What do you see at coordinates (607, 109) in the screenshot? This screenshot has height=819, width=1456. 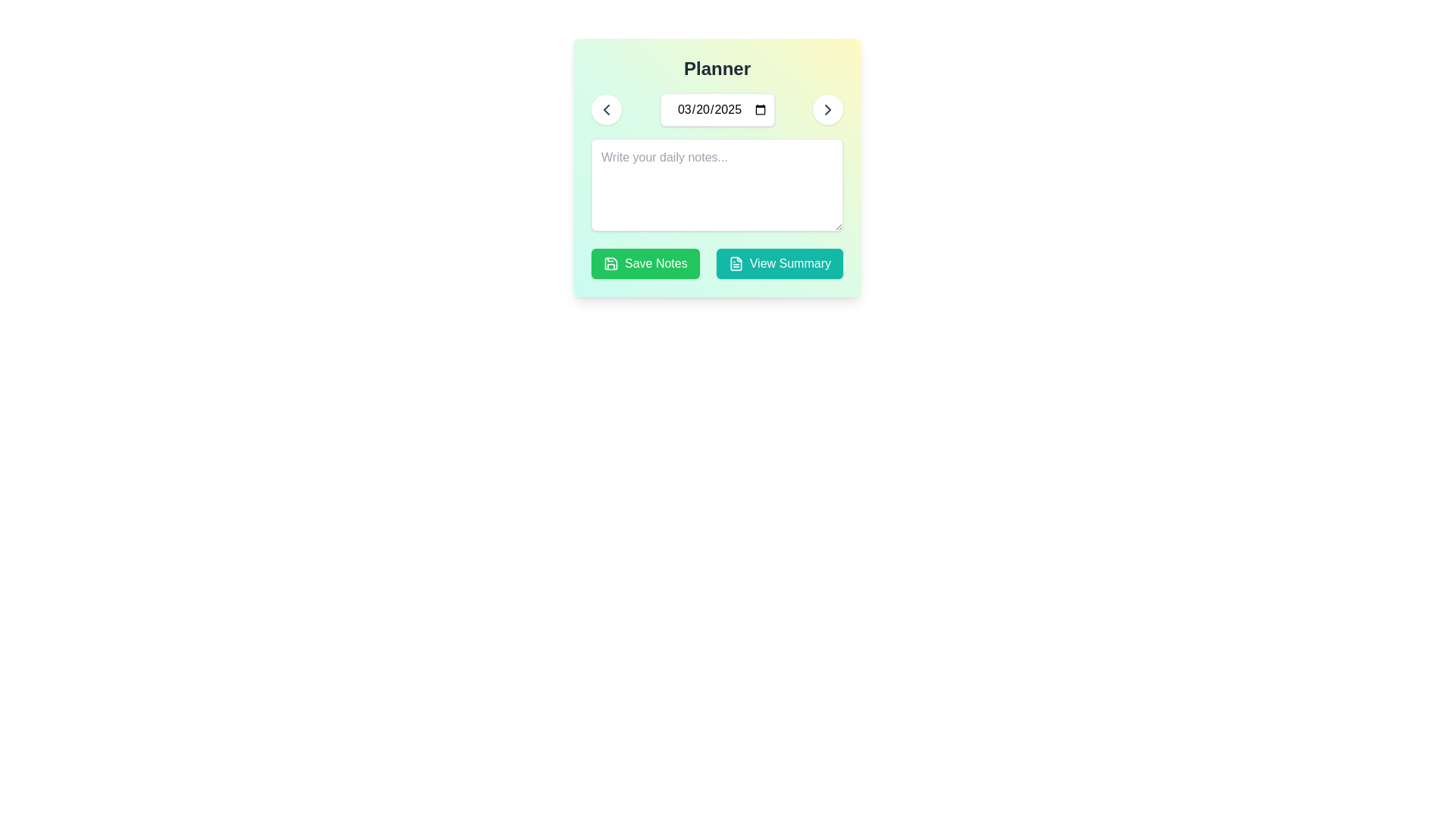 I see `the SVG Icon within the circular button located on the left side of the header section of the planner interface` at bounding box center [607, 109].